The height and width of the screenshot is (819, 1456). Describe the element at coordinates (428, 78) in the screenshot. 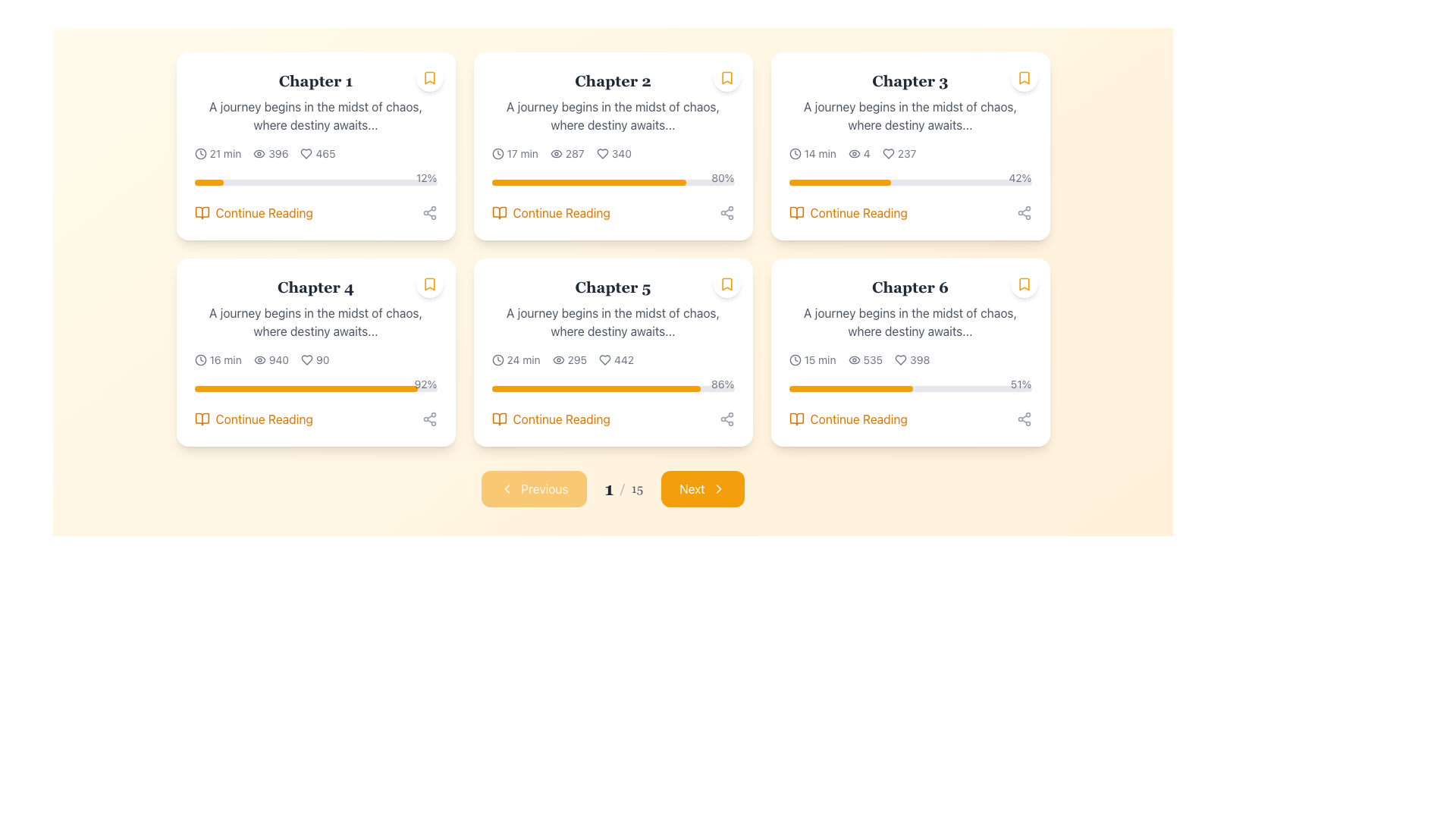

I see `the bookmark IconButton` at that location.